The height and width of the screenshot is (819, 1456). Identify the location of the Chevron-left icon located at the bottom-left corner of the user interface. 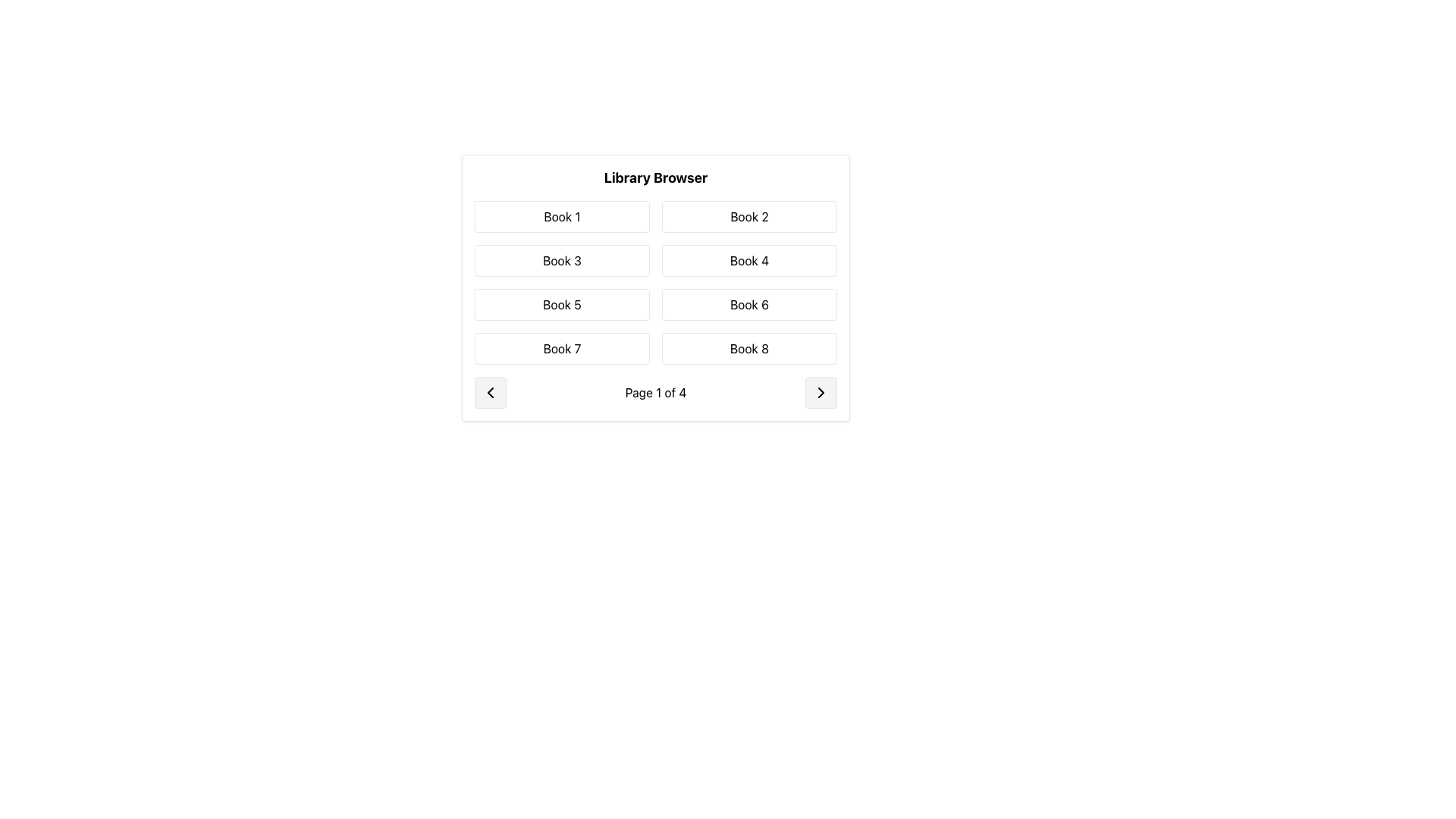
(491, 391).